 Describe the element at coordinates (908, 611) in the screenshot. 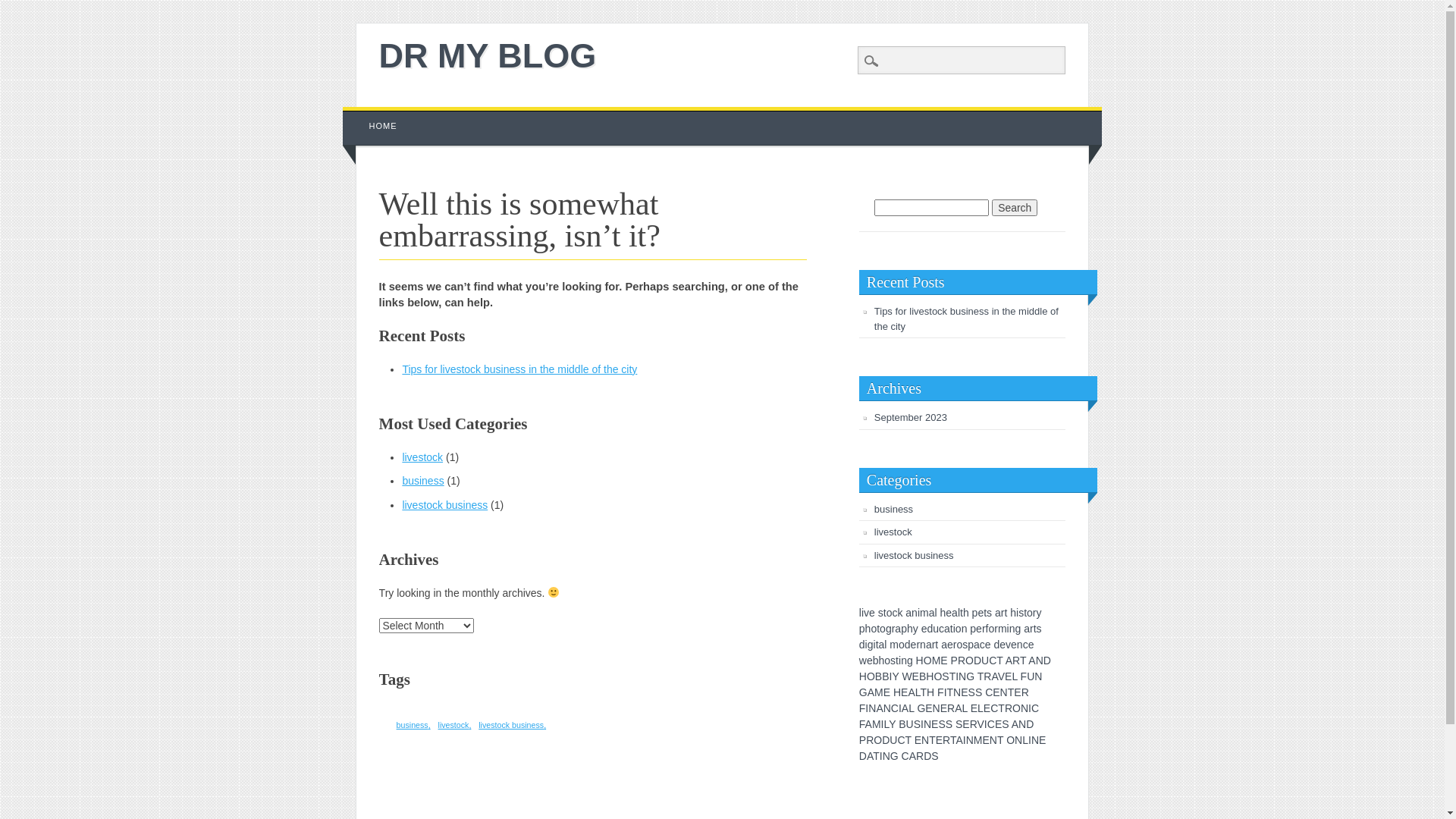

I see `'a'` at that location.